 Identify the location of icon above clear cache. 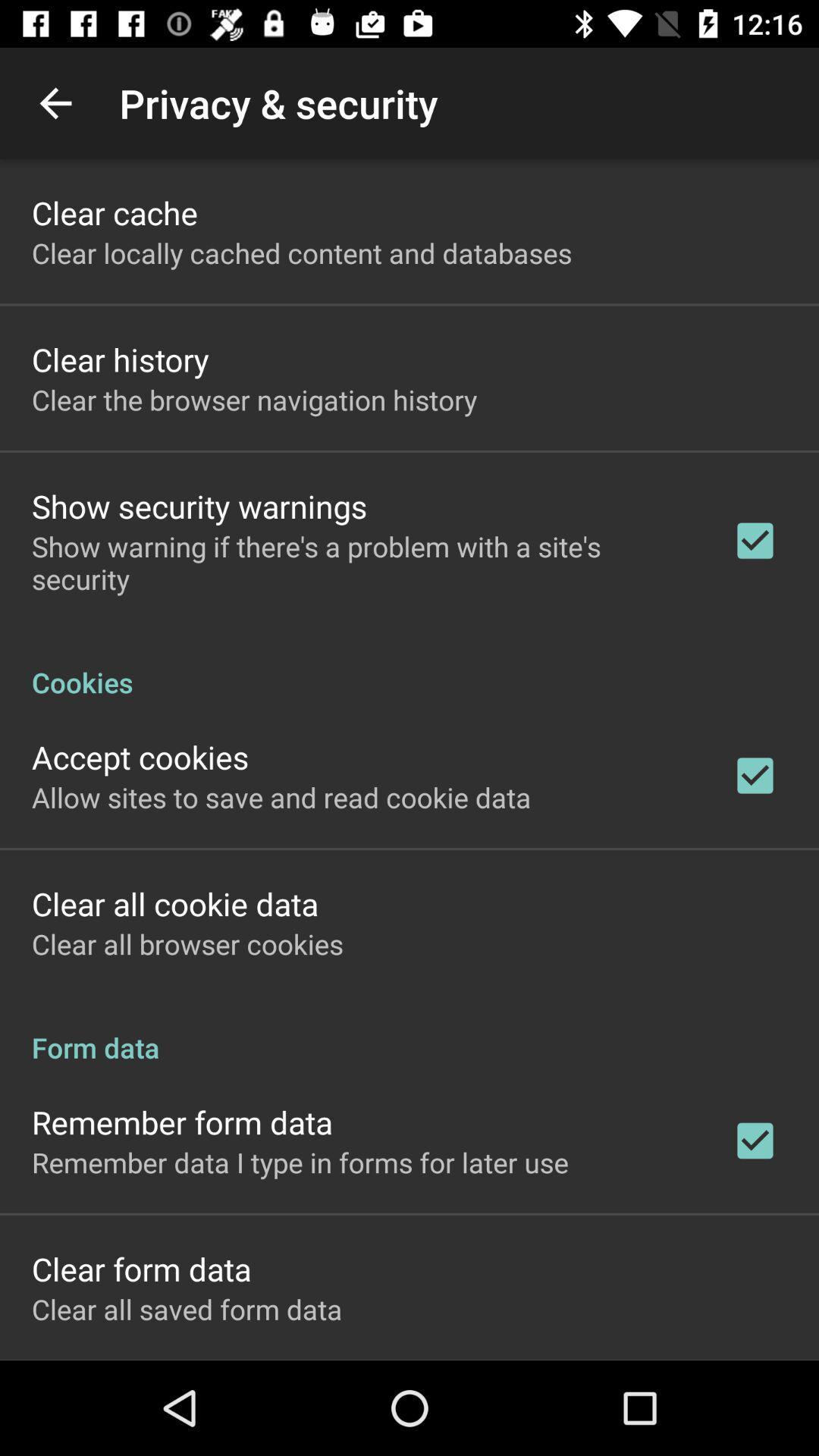
(55, 102).